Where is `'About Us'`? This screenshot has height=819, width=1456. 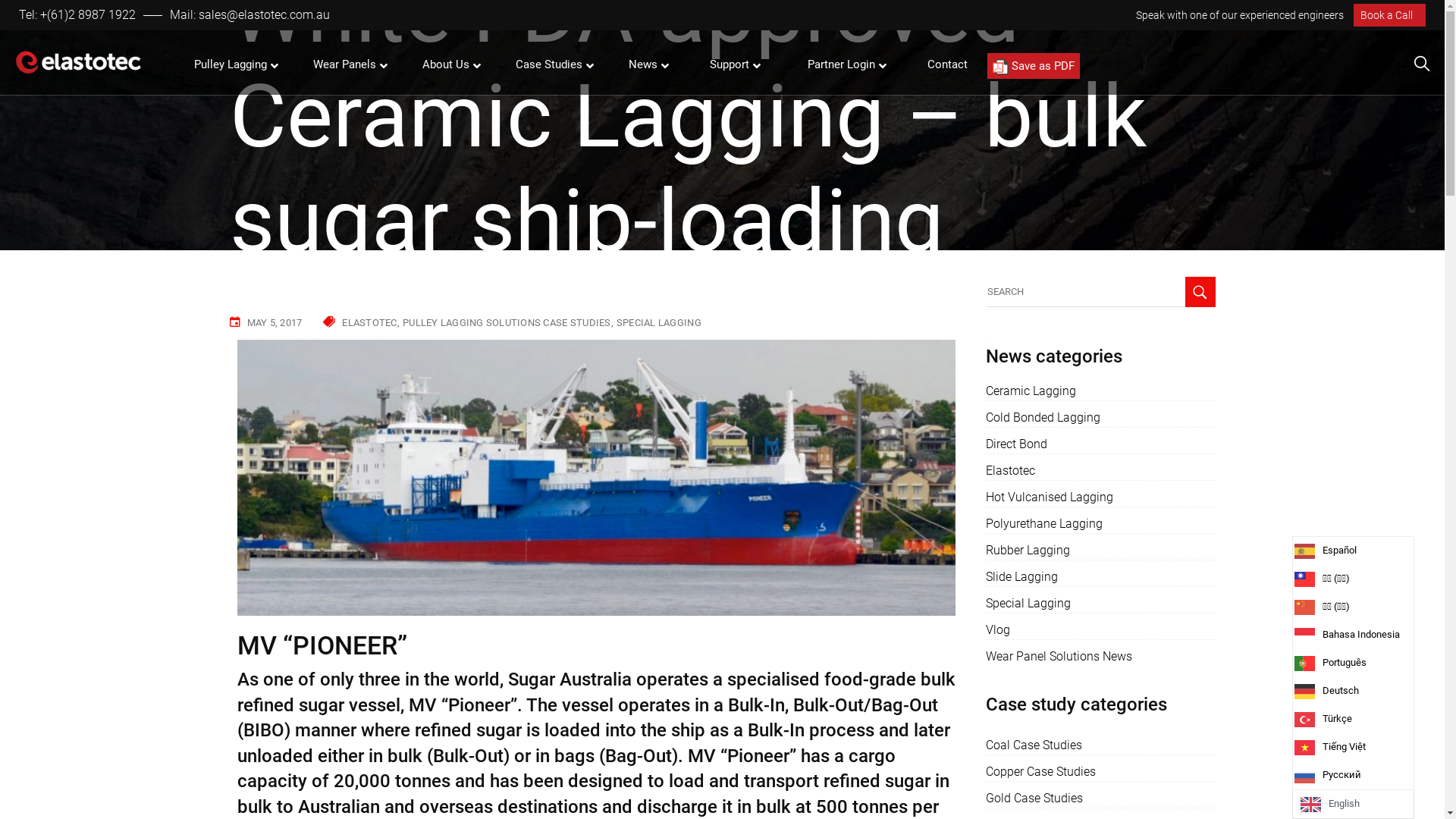 'About Us' is located at coordinates (447, 64).